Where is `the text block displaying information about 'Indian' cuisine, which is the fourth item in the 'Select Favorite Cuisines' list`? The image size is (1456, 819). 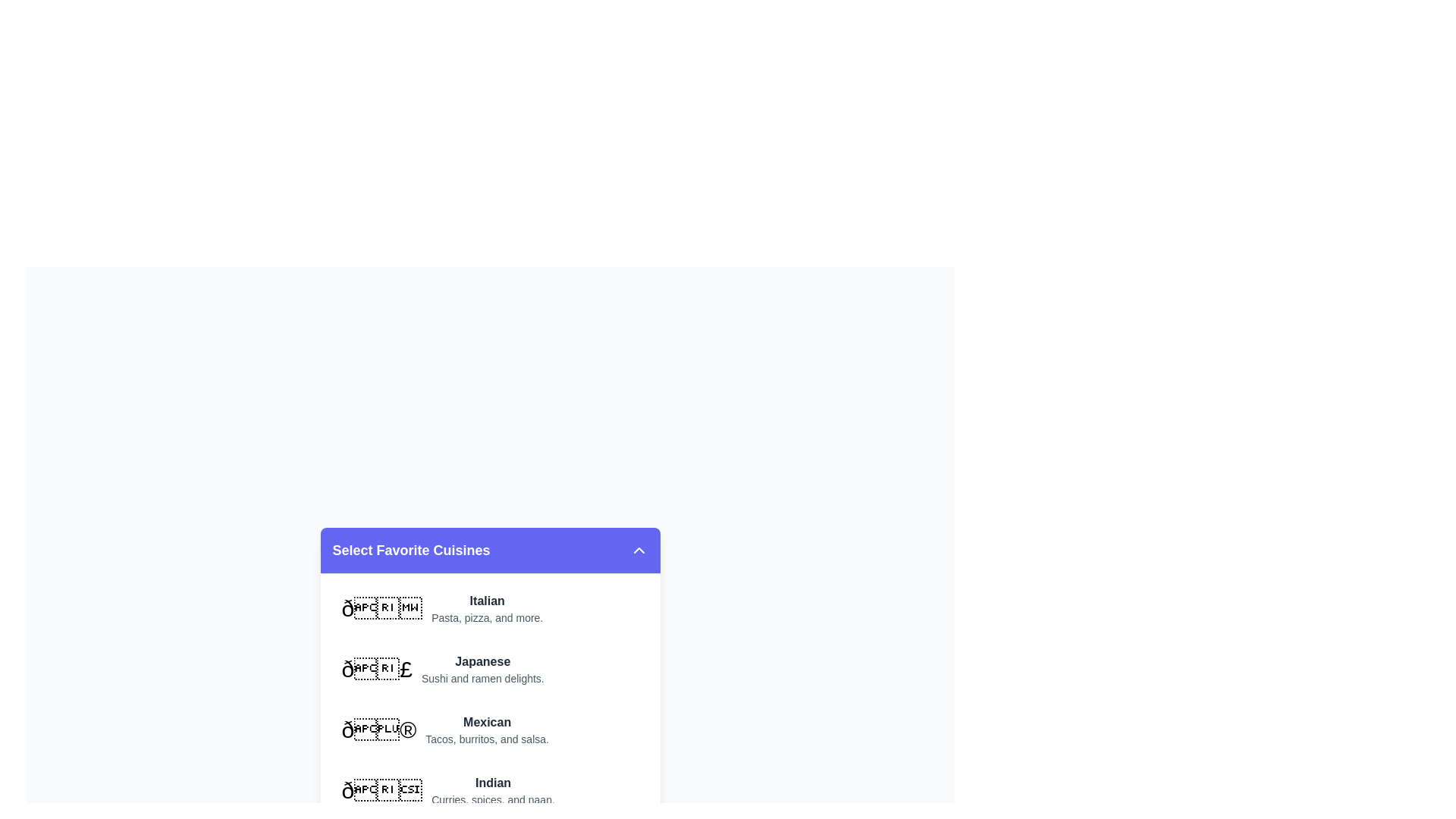 the text block displaying information about 'Indian' cuisine, which is the fourth item in the 'Select Favorite Cuisines' list is located at coordinates (493, 789).